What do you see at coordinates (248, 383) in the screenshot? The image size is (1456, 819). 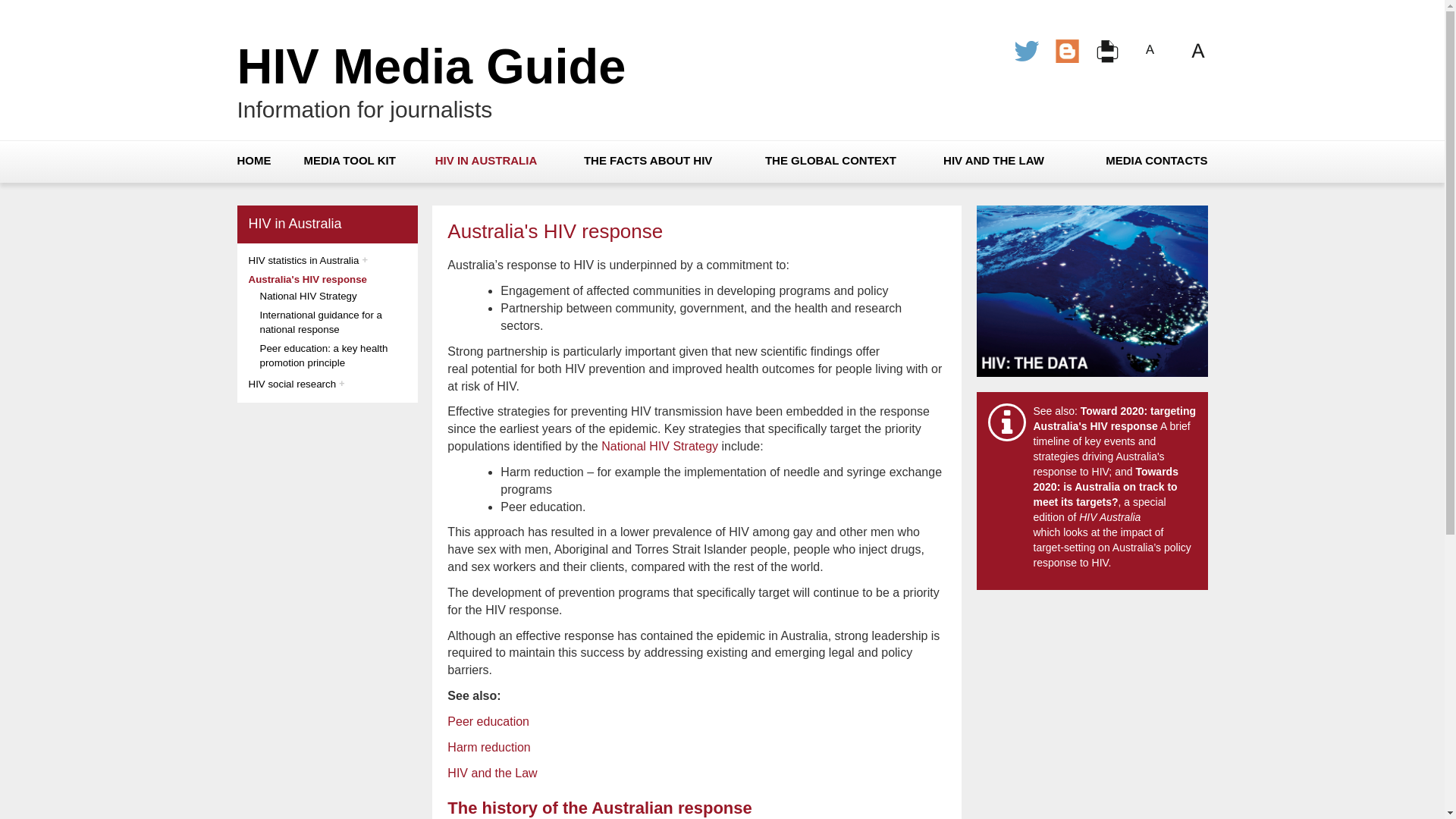 I see `'HIV social research'` at bounding box center [248, 383].